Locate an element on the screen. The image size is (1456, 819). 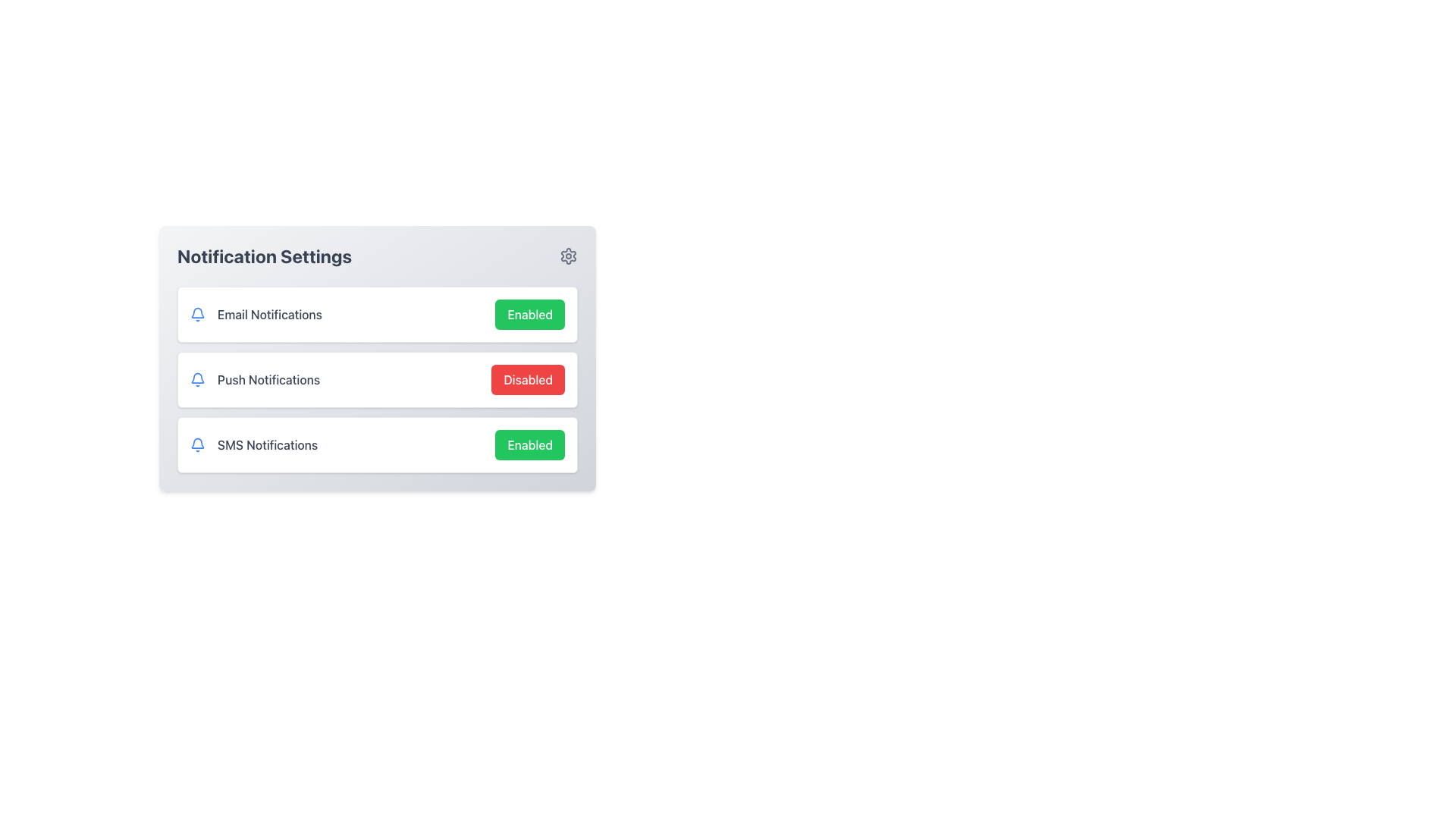
the settings icon located to the right of 'Notification Settings' is located at coordinates (567, 256).